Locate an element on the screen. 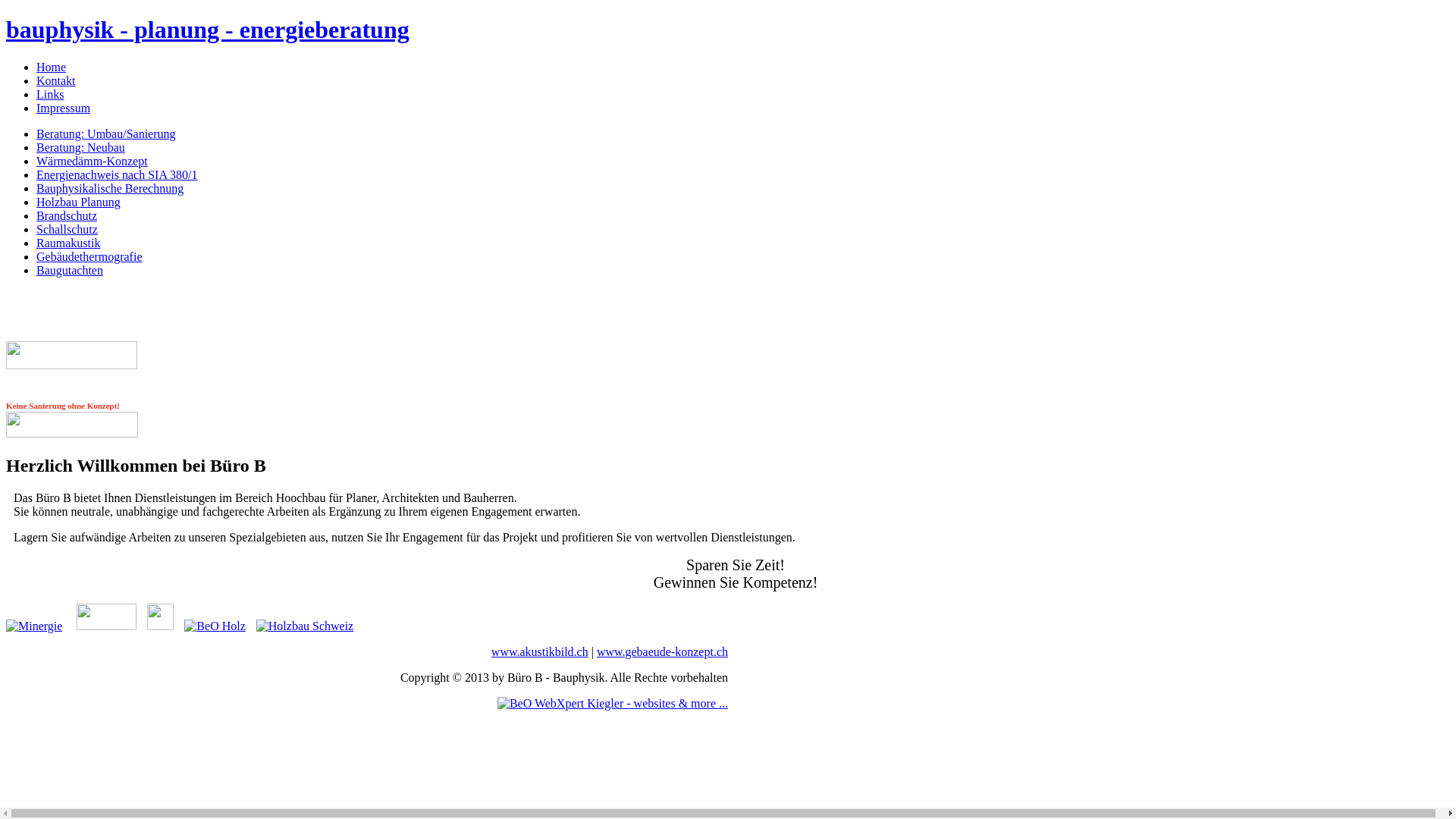  'Raumakustik' is located at coordinates (36, 242).